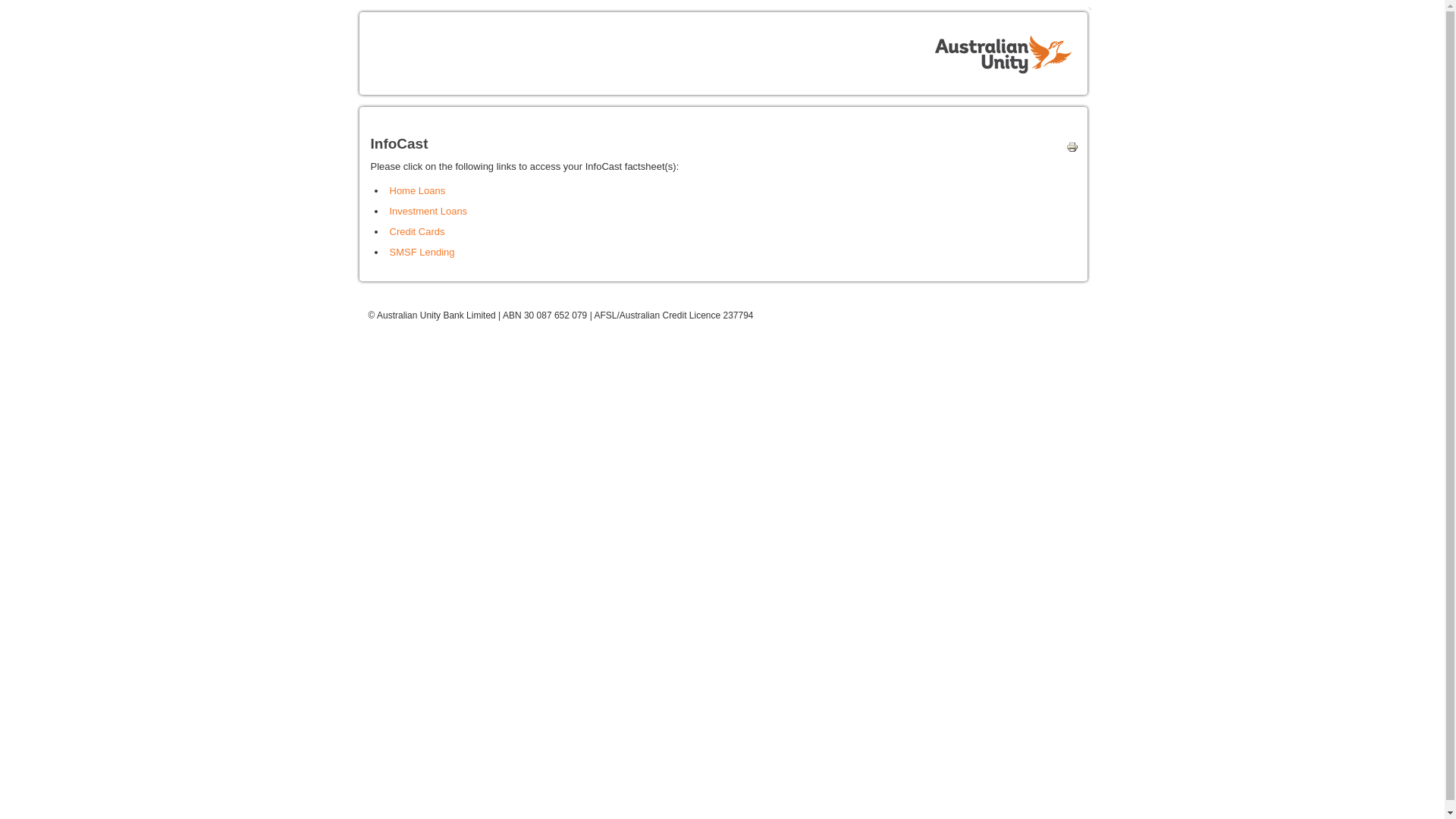 This screenshot has height=819, width=1456. Describe the element at coordinates (422, 251) in the screenshot. I see `'SMSF Lending'` at that location.